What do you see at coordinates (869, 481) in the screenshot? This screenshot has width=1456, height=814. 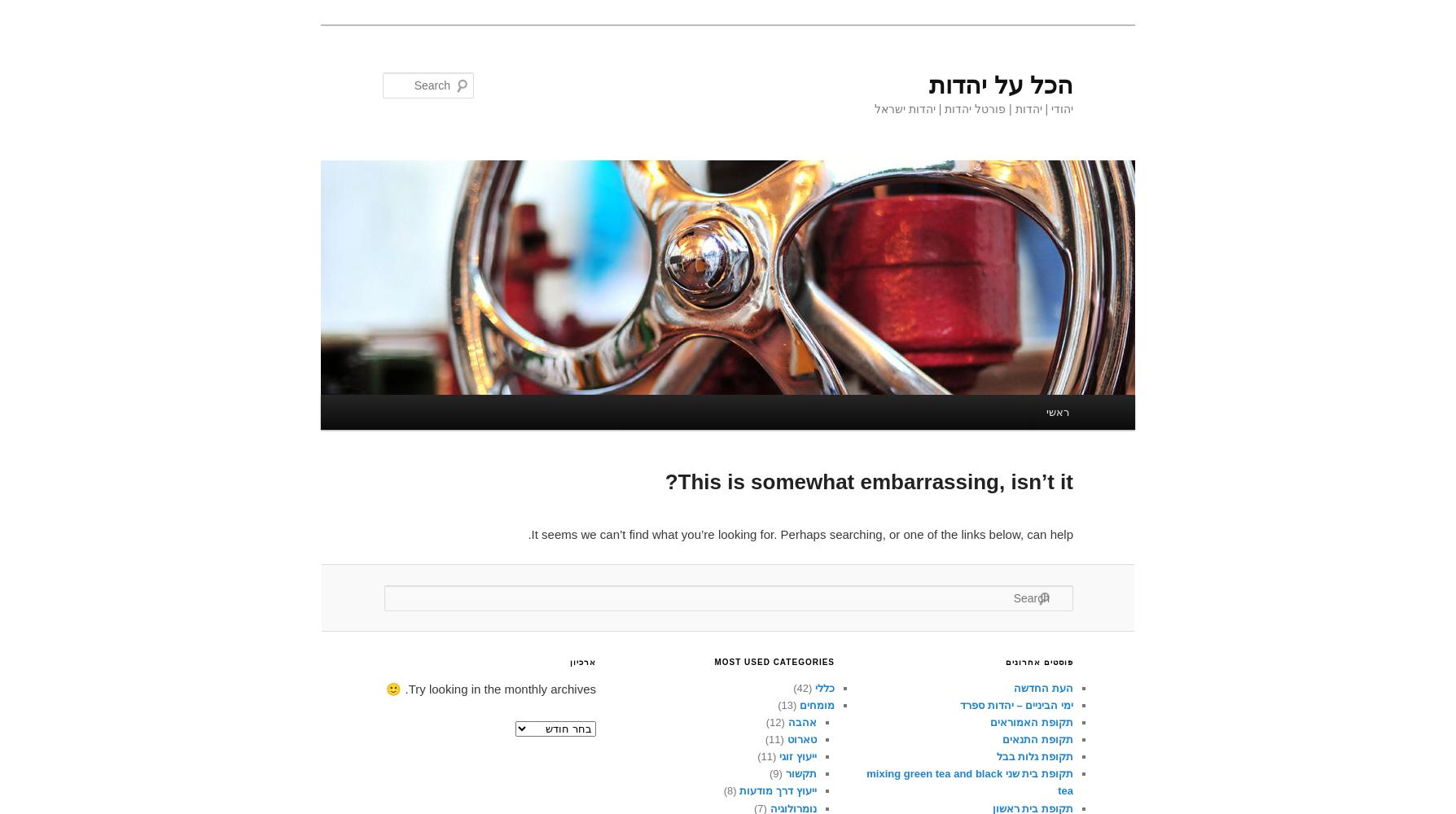 I see `'This is somewhat embarrassing, isn’t it?'` at bounding box center [869, 481].